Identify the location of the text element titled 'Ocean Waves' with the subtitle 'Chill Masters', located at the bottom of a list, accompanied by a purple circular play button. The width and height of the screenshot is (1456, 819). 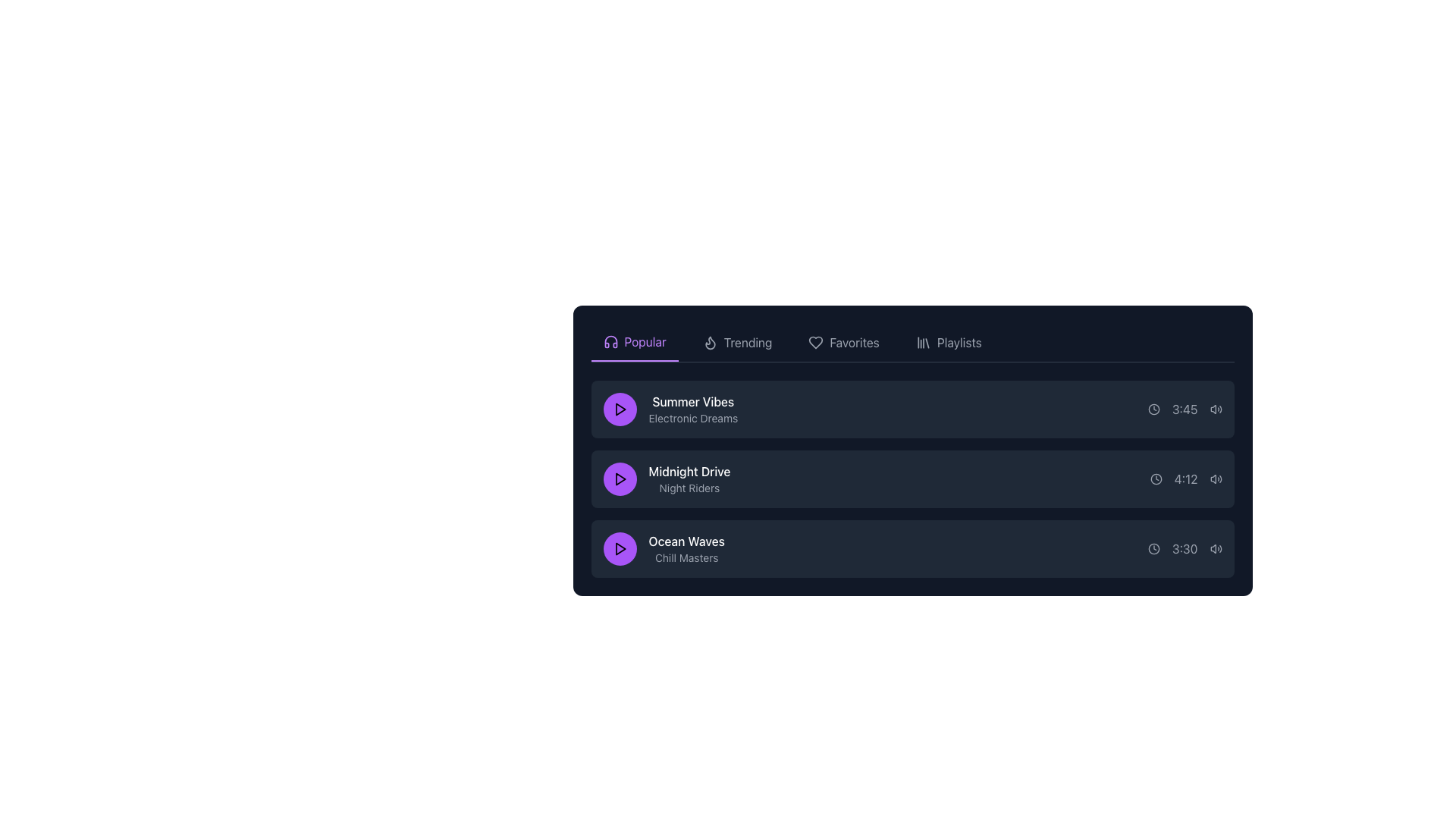
(686, 549).